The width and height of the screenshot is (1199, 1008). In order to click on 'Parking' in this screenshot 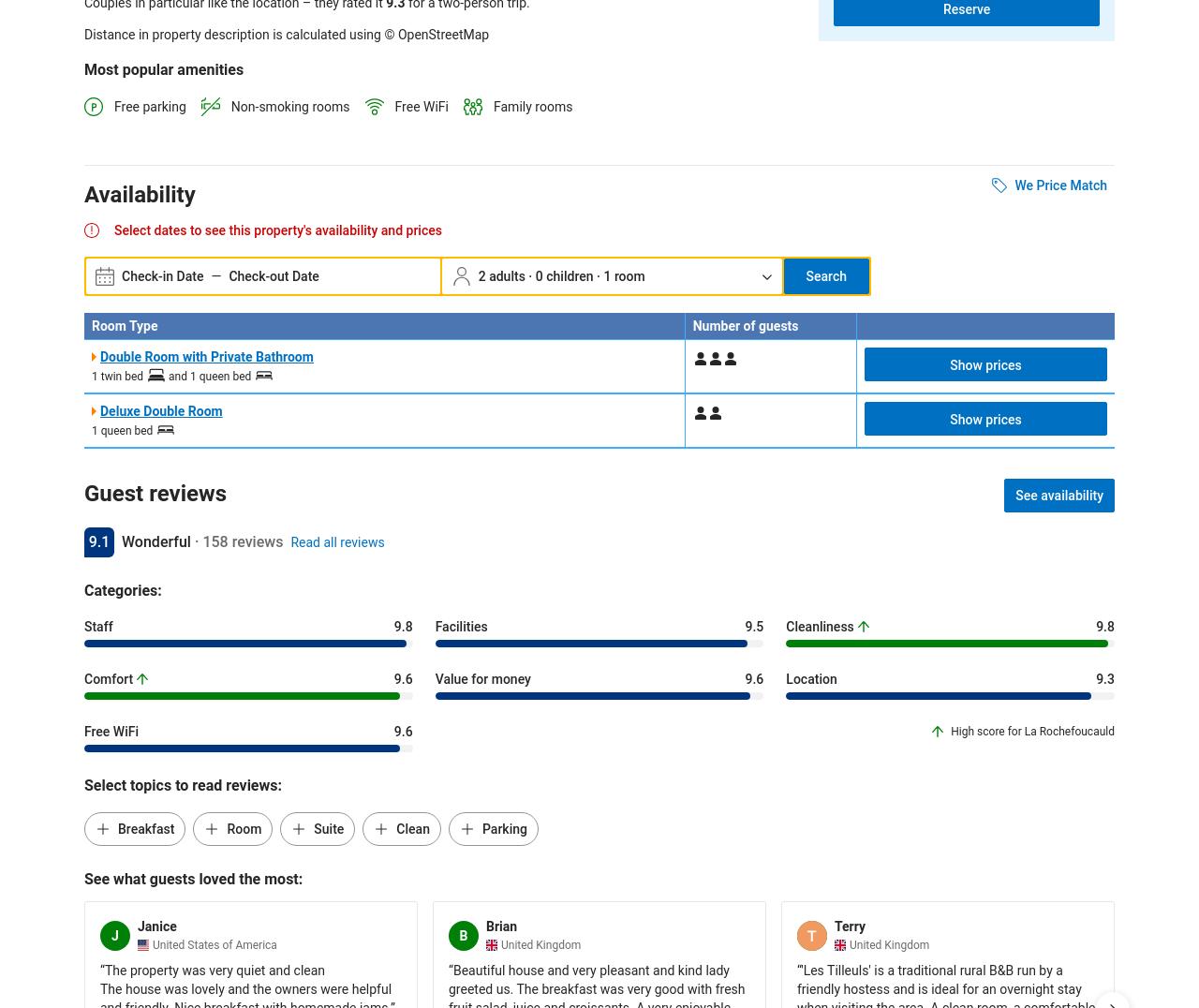, I will do `click(481, 829)`.